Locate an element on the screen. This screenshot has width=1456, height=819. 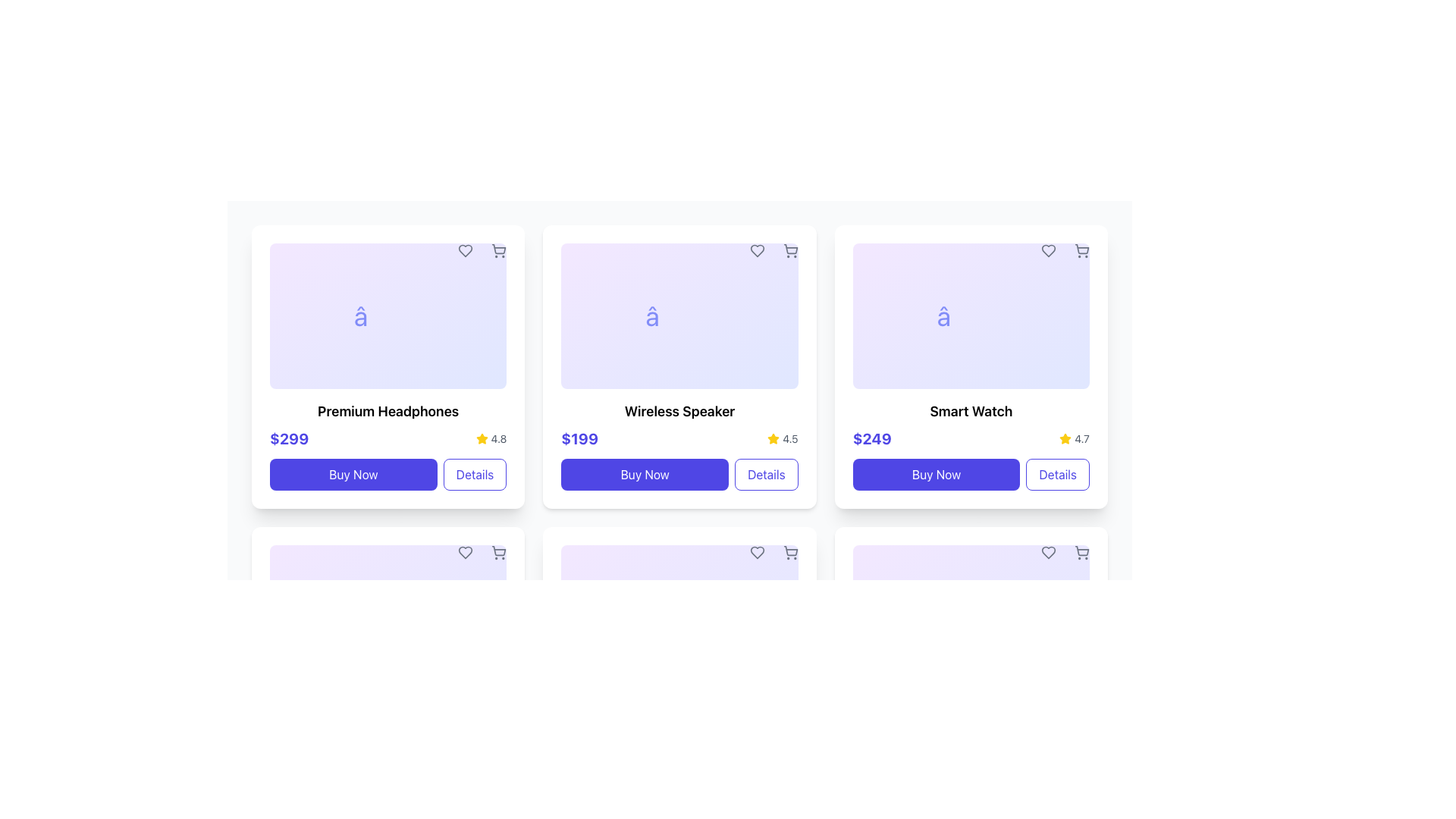
the heart icon located at the top-right corner of the 'Wireless Speaker' product card is located at coordinates (757, 250).